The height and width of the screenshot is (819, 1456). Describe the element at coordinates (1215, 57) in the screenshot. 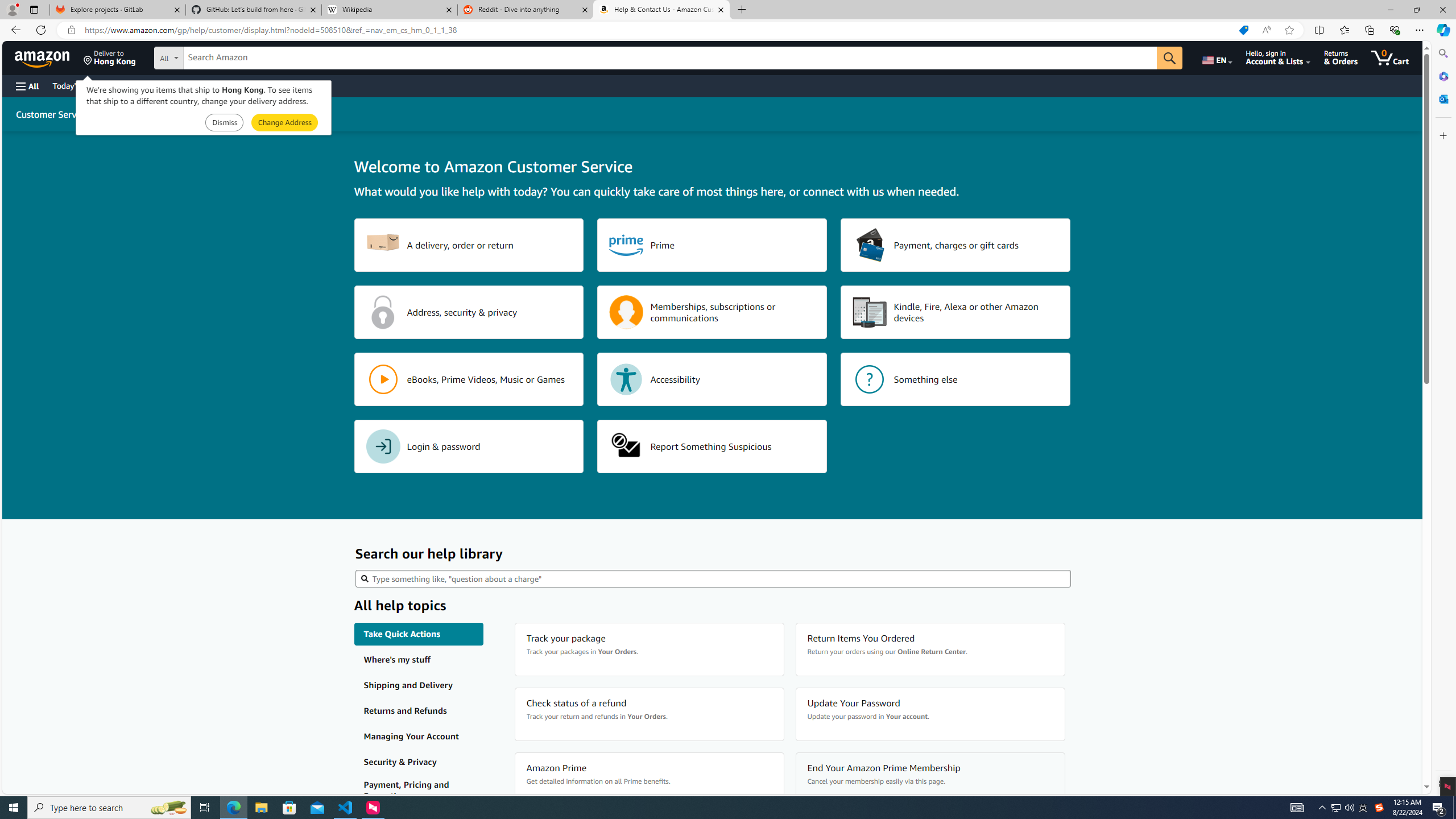

I see `'Choose a language for shopping.'` at that location.